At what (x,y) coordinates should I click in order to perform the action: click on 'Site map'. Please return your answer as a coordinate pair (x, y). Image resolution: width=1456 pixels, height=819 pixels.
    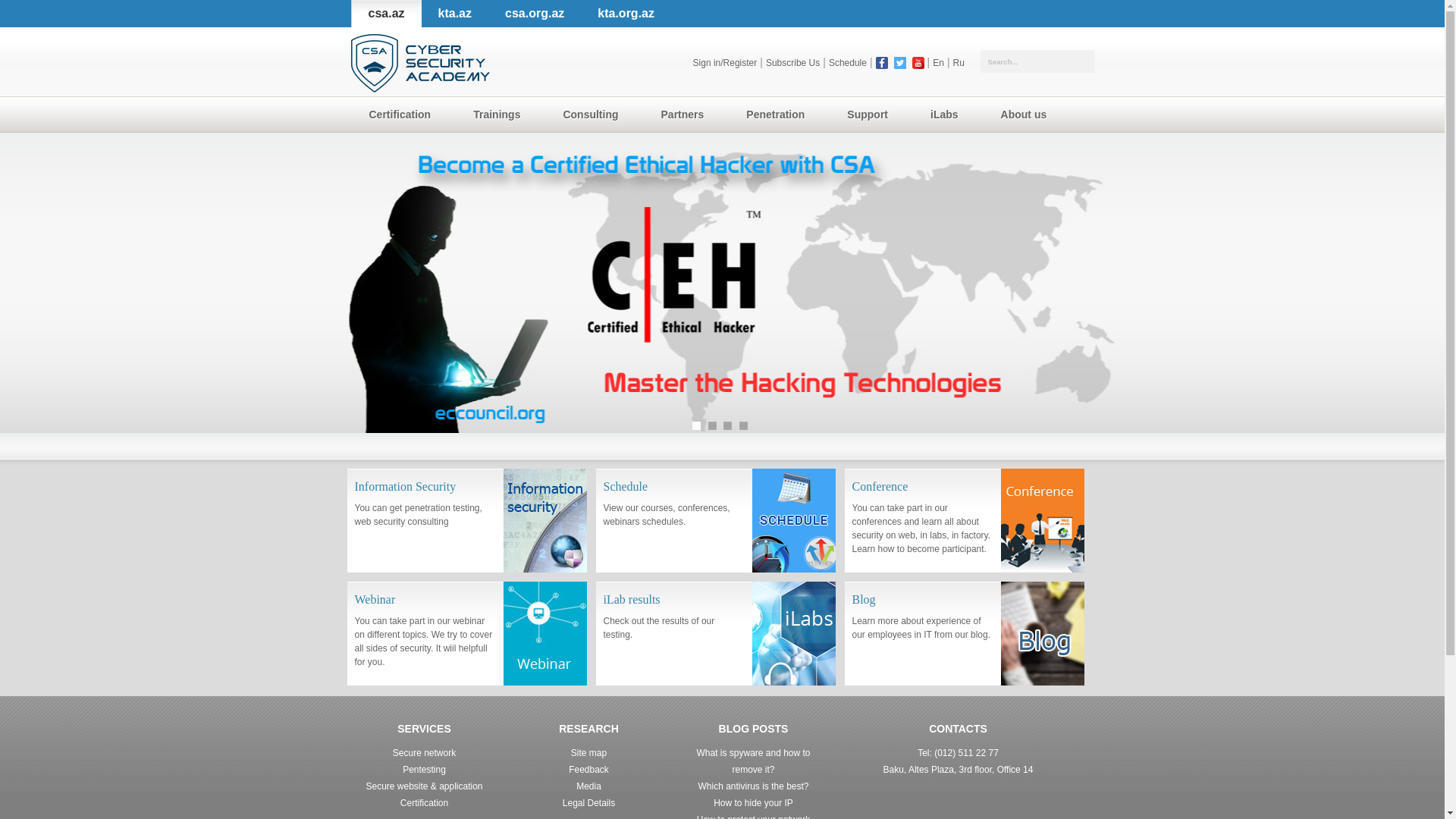
    Looking at the image, I should click on (588, 752).